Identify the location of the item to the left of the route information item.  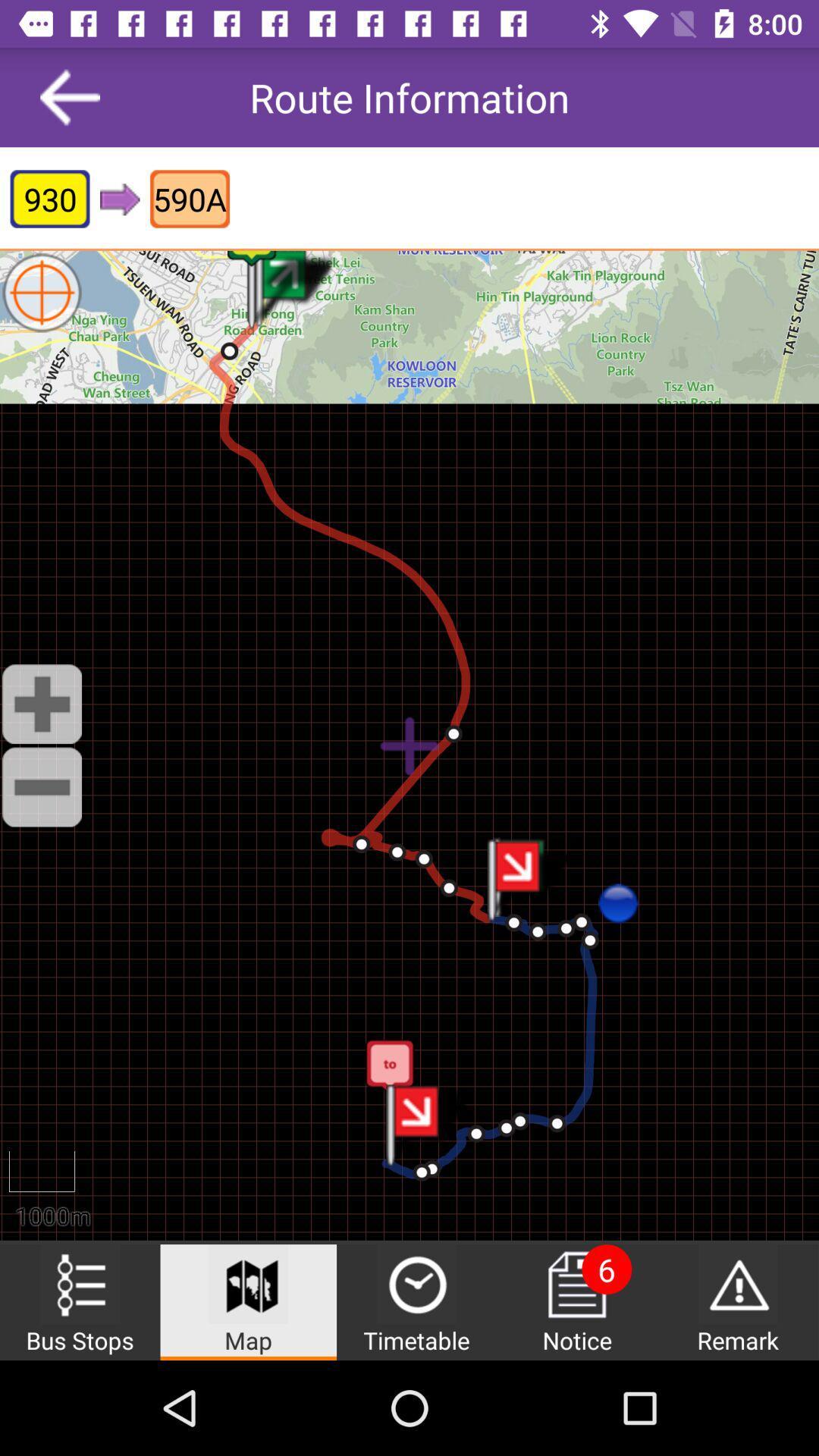
(70, 96).